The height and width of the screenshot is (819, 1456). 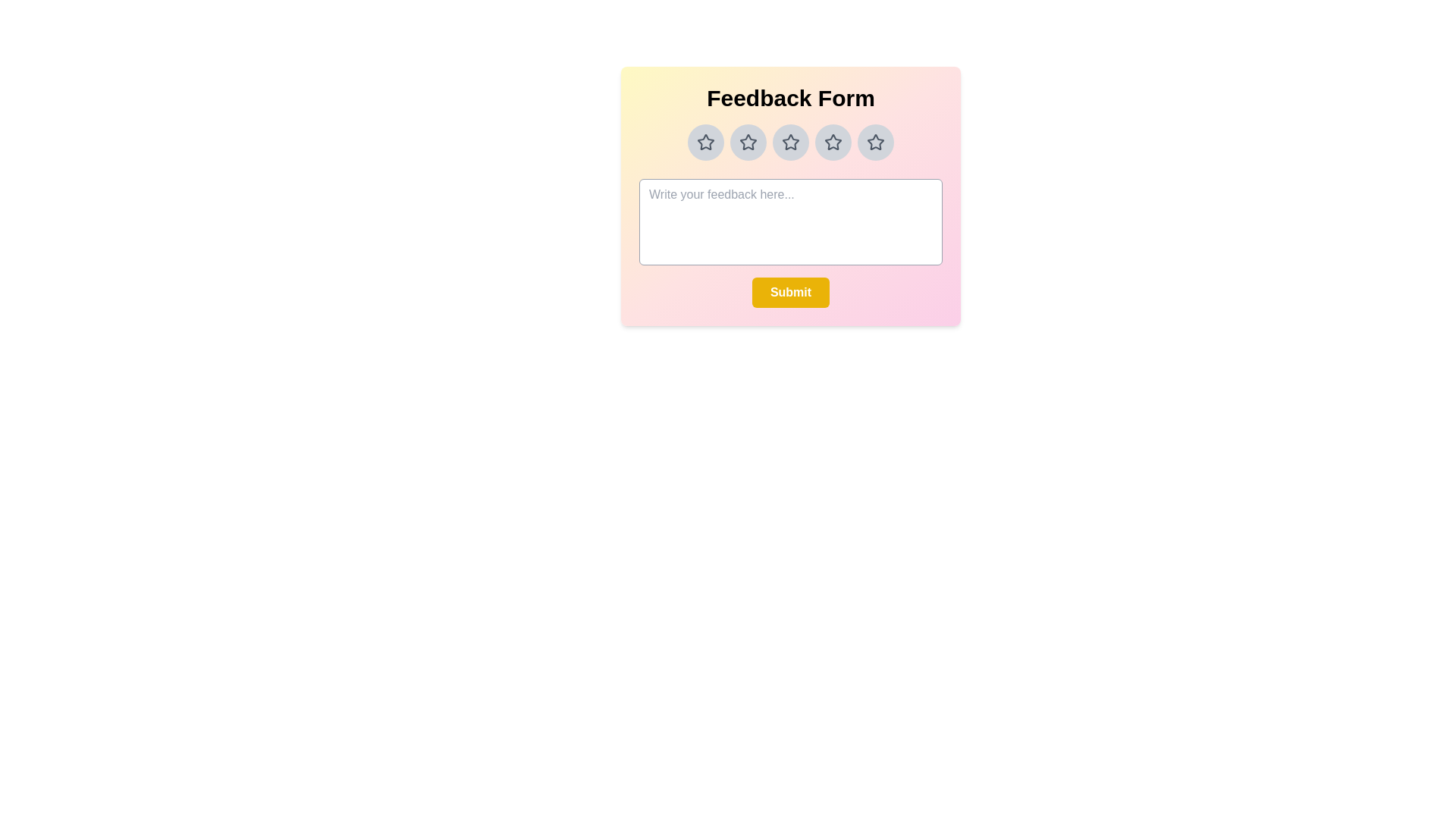 What do you see at coordinates (876, 143) in the screenshot?
I see `the star rating to 5 by clicking on the corresponding star button` at bounding box center [876, 143].